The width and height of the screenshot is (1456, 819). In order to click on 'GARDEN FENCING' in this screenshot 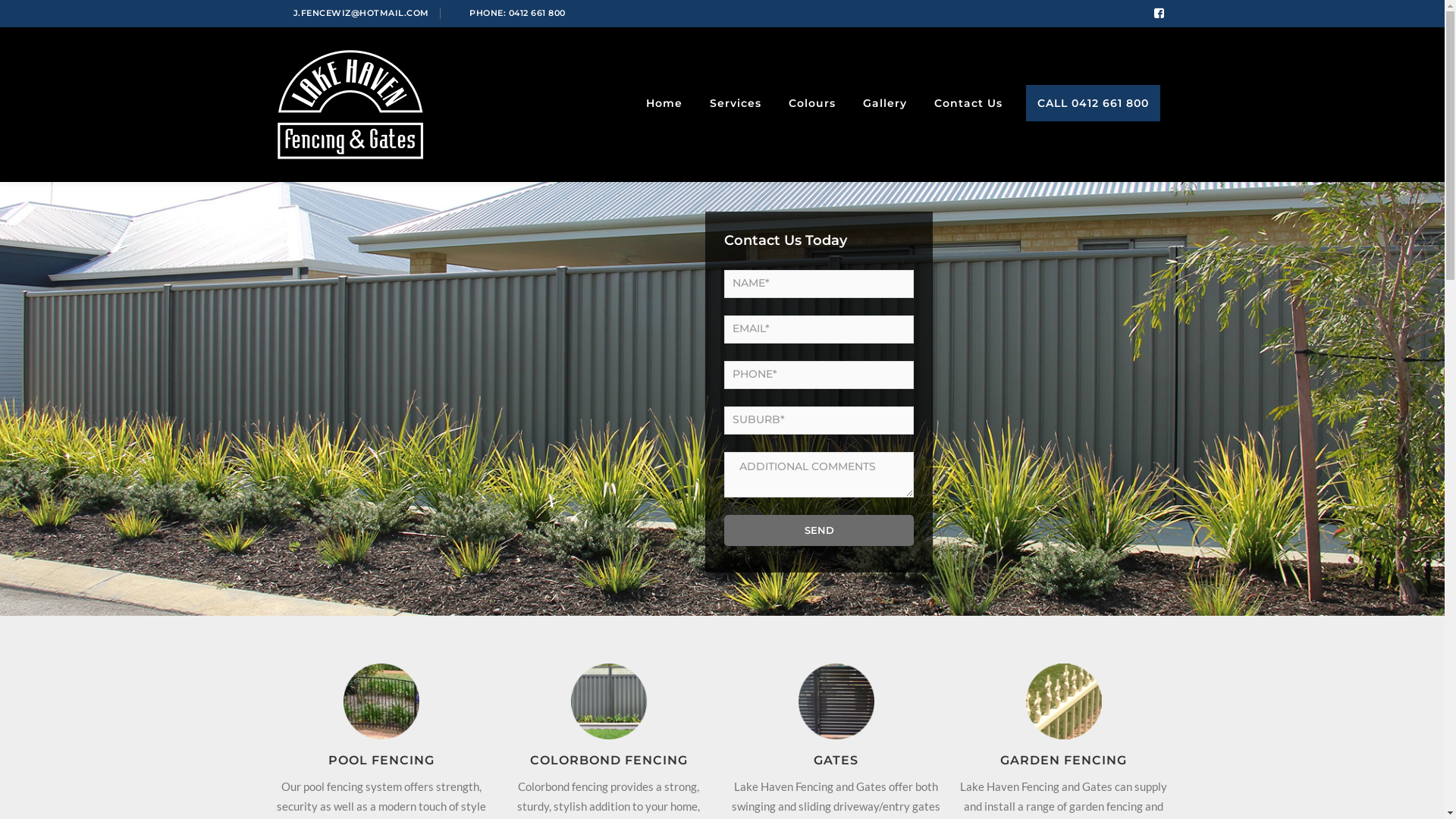, I will do `click(1000, 760)`.